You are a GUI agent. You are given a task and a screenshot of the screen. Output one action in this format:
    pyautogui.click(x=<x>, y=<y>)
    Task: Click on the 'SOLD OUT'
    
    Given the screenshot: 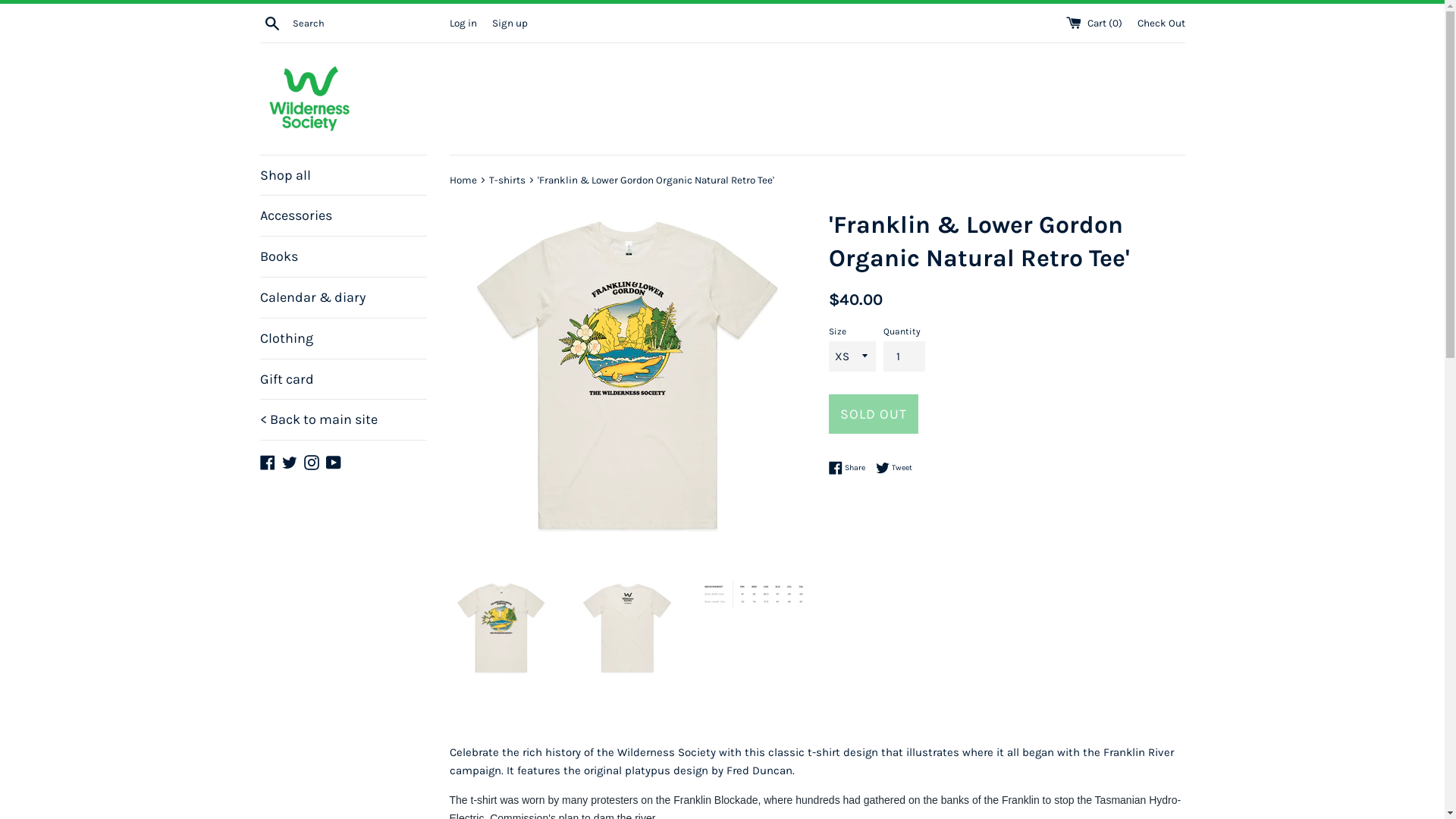 What is the action you would take?
    pyautogui.click(x=827, y=414)
    